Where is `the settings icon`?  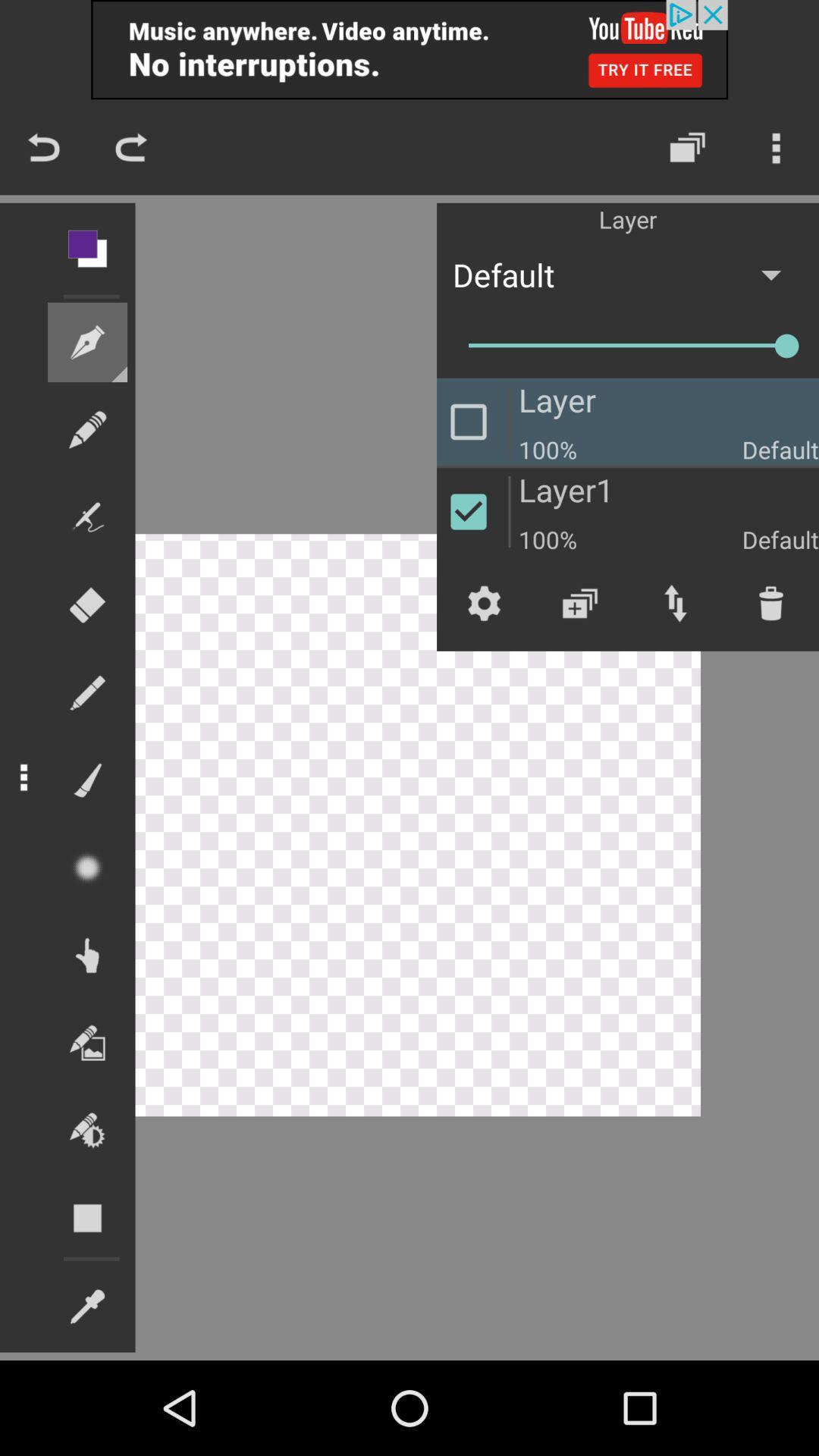
the settings icon is located at coordinates (485, 602).